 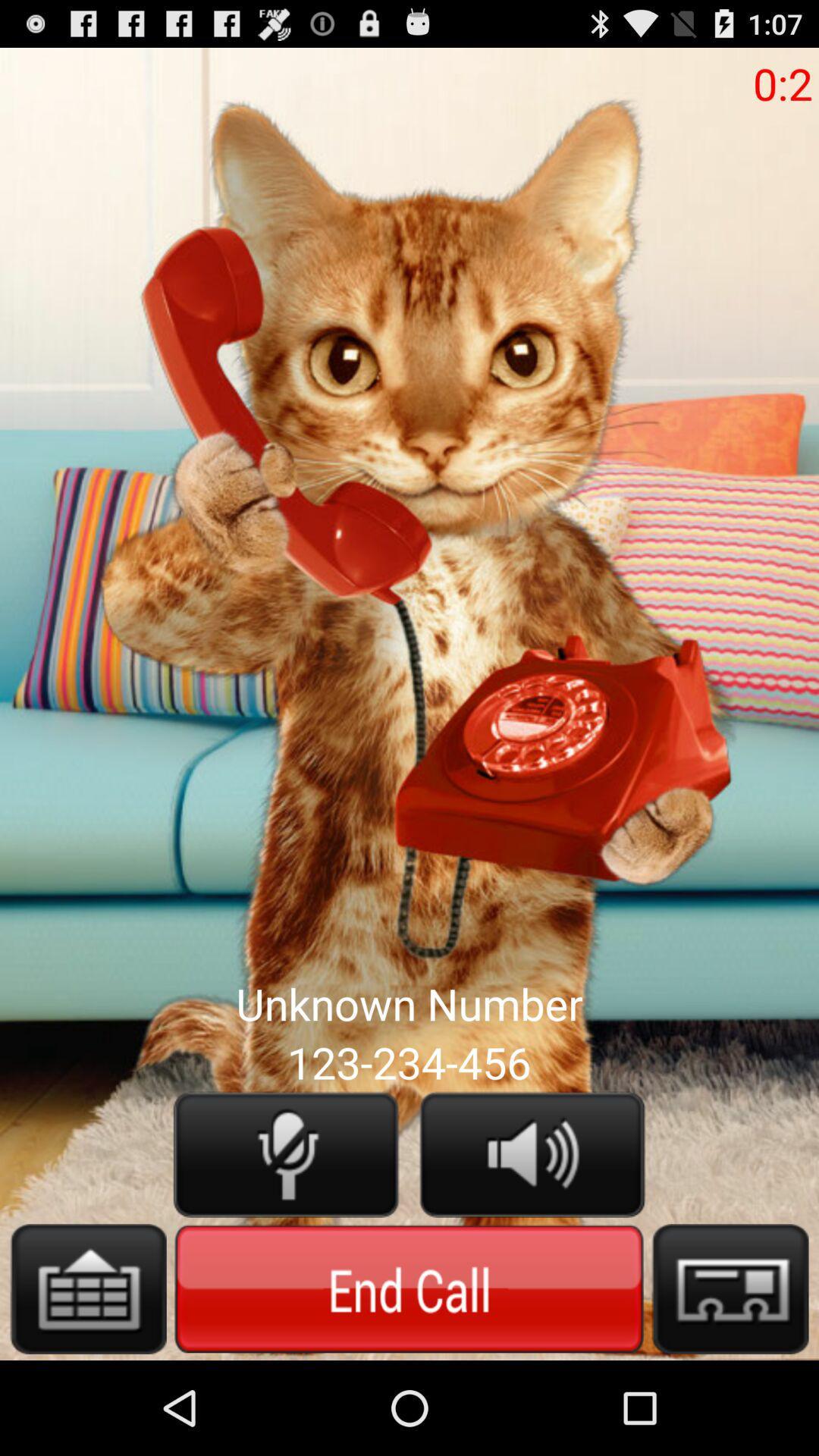 What do you see at coordinates (88, 1288) in the screenshot?
I see `this button in more options` at bounding box center [88, 1288].